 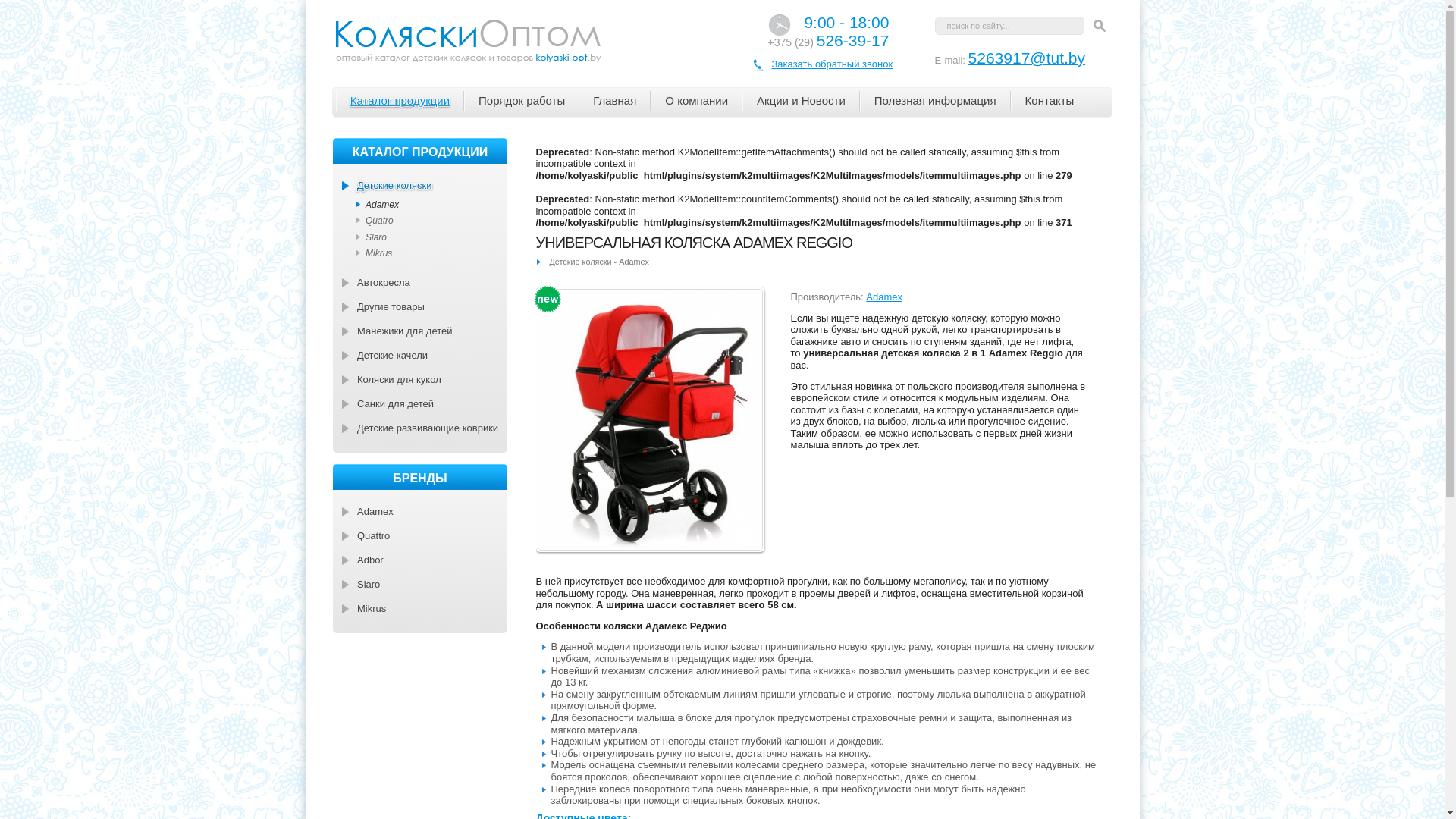 I want to click on 'Mikrus', so click(x=344, y=607).